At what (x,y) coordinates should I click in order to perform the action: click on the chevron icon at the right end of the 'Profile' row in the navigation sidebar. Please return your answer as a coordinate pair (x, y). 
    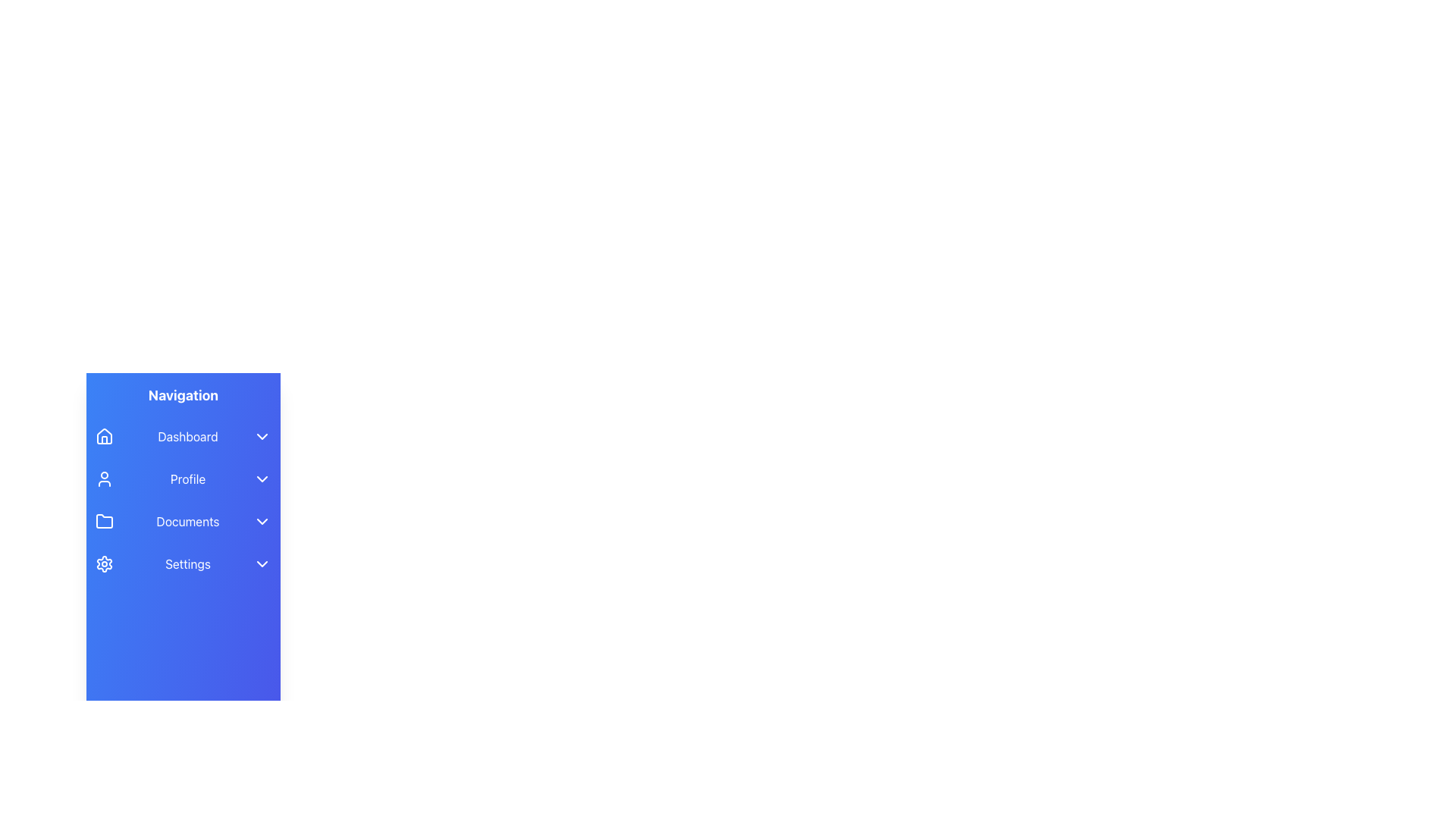
    Looking at the image, I should click on (262, 479).